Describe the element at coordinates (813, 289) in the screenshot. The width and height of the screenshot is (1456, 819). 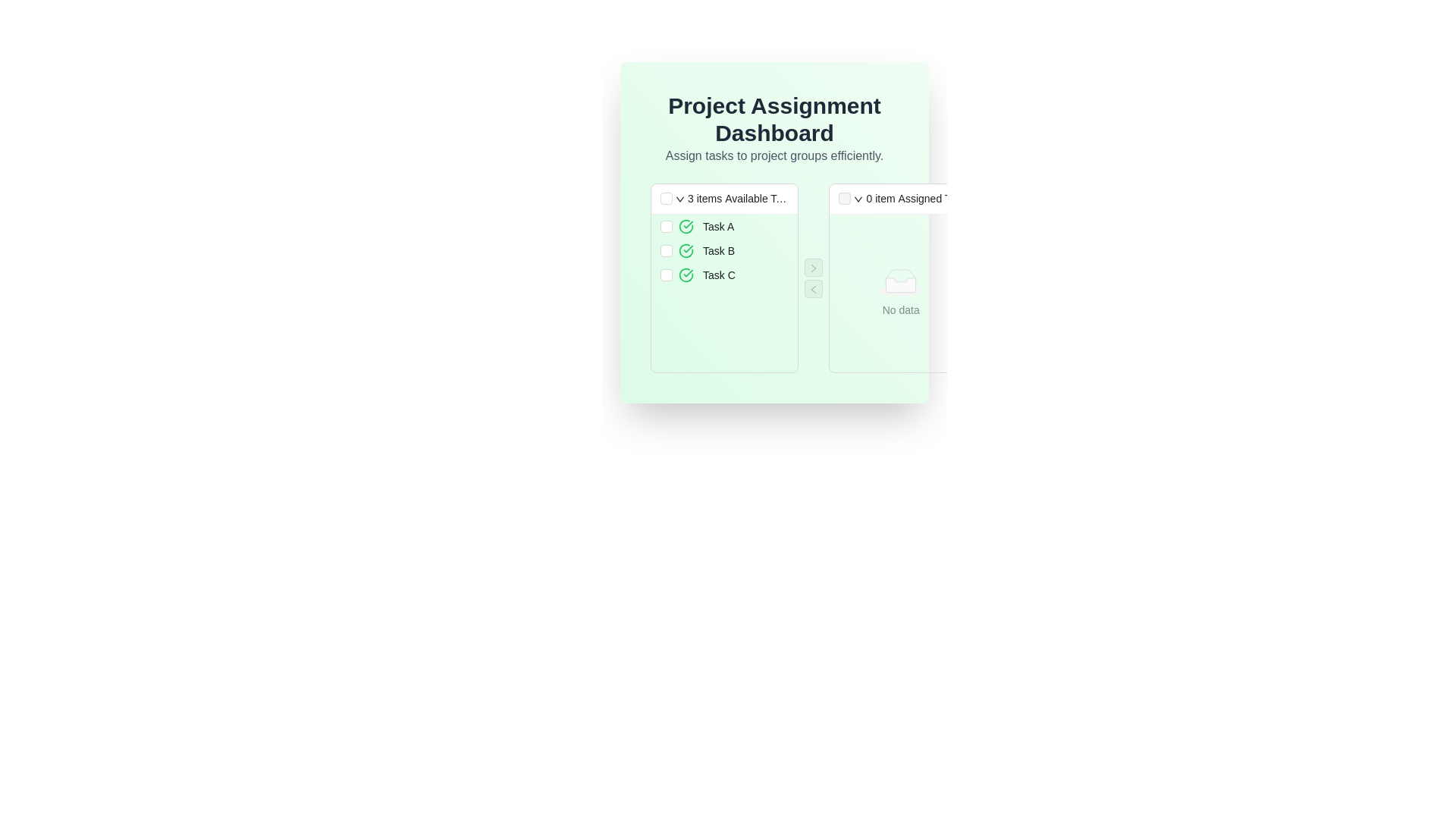
I see `the transfer button located between two task list panels, which is in the lower portion of a vertical stack of two similar arrow buttons` at that location.